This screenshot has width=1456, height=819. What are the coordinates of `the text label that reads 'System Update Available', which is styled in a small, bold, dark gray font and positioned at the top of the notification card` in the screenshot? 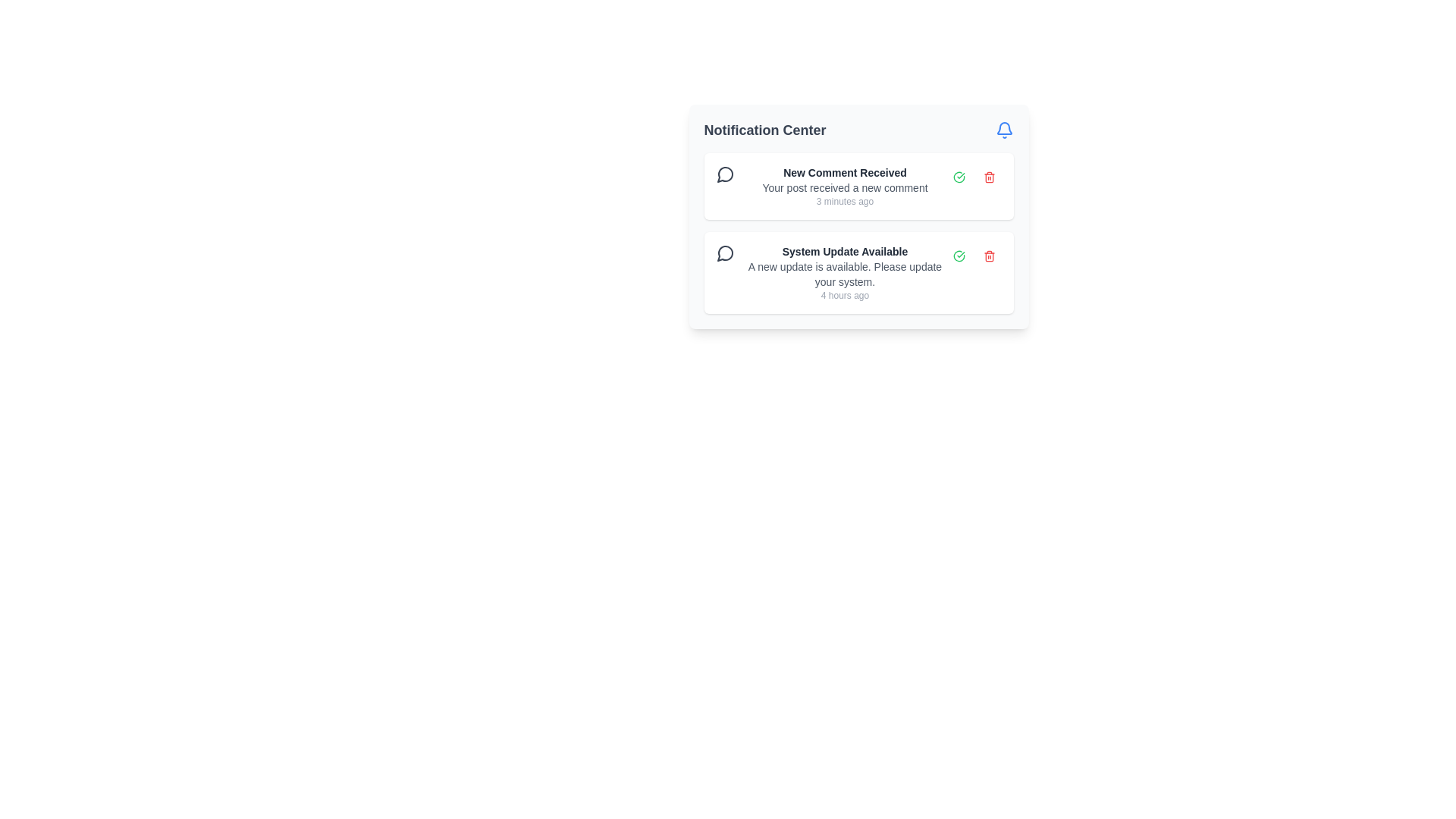 It's located at (844, 250).